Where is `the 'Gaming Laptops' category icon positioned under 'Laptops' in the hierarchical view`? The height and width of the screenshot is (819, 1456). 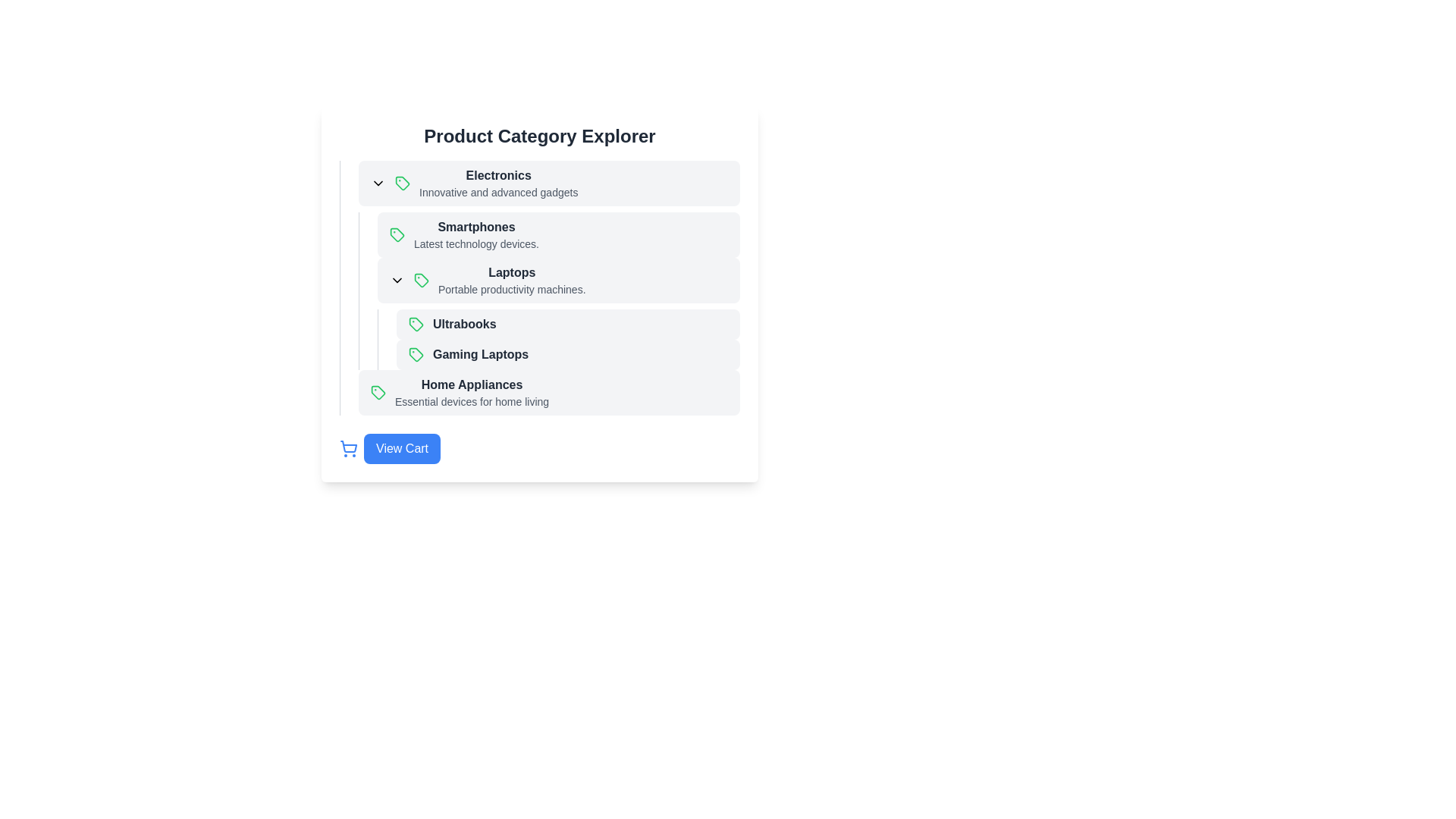
the 'Gaming Laptops' category icon positioned under 'Laptops' in the hierarchical view is located at coordinates (416, 354).